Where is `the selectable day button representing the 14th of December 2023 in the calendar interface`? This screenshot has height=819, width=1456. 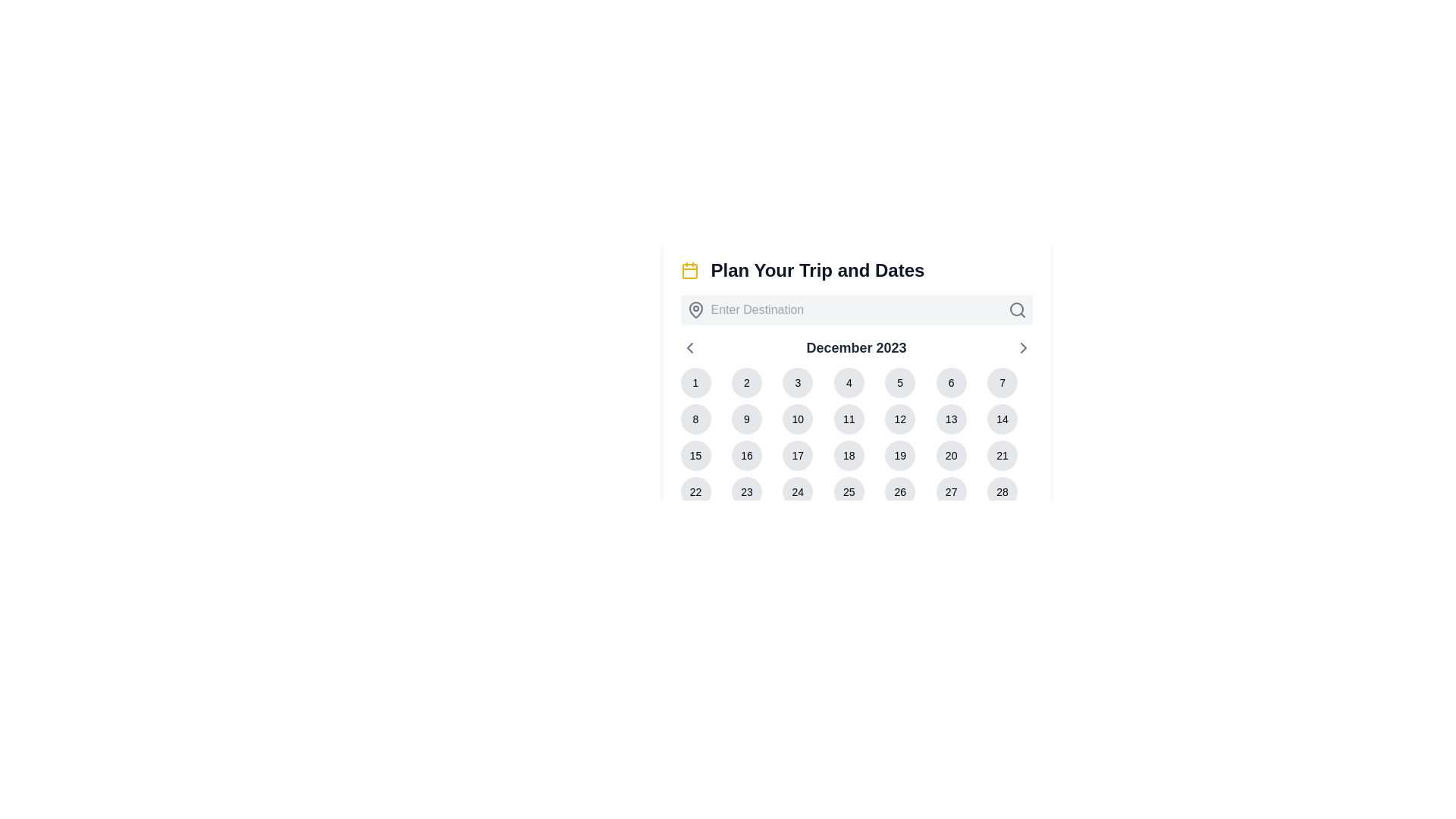
the selectable day button representing the 14th of December 2023 in the calendar interface is located at coordinates (1003, 419).